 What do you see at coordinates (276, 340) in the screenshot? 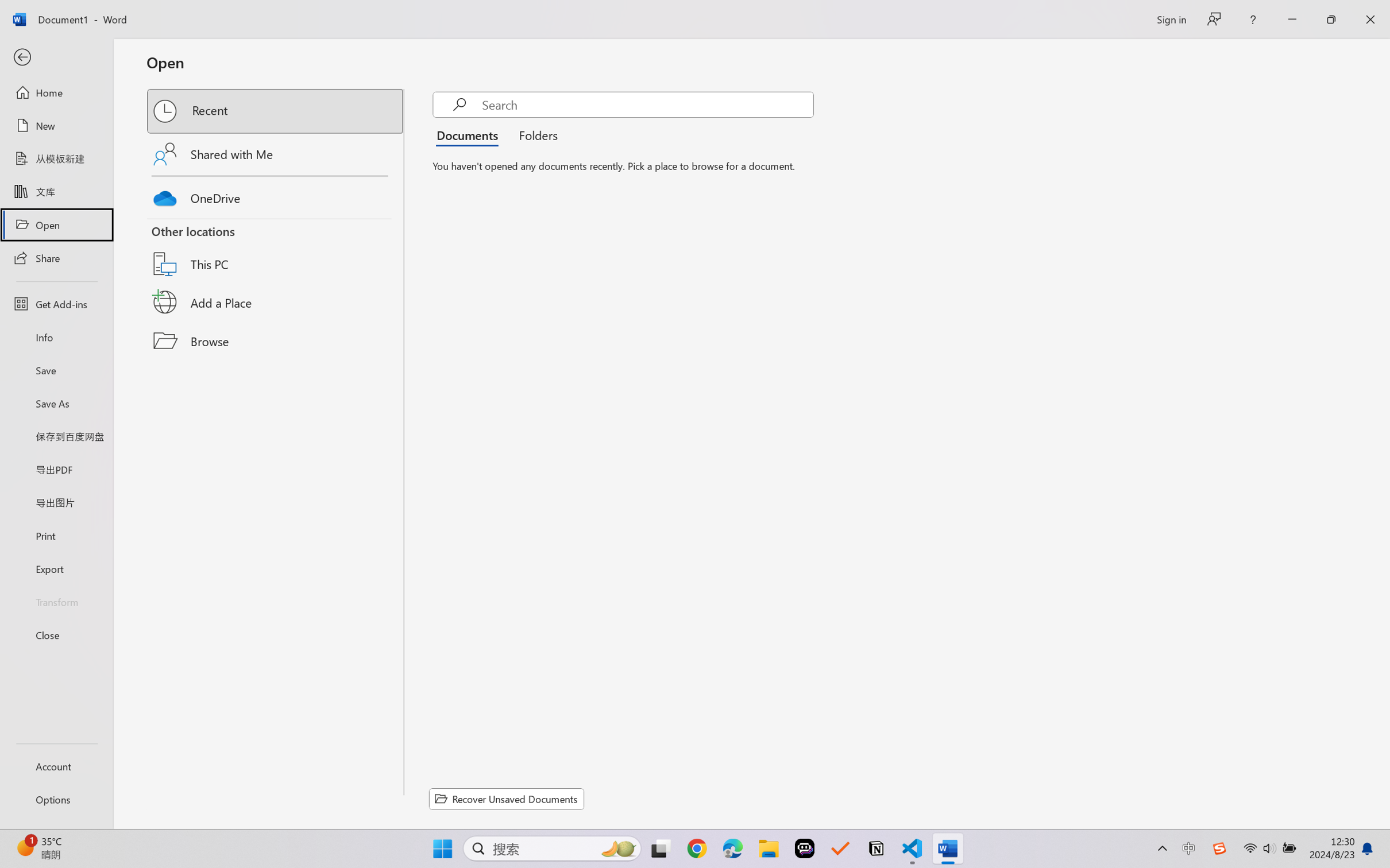
I see `'Browse'` at bounding box center [276, 340].